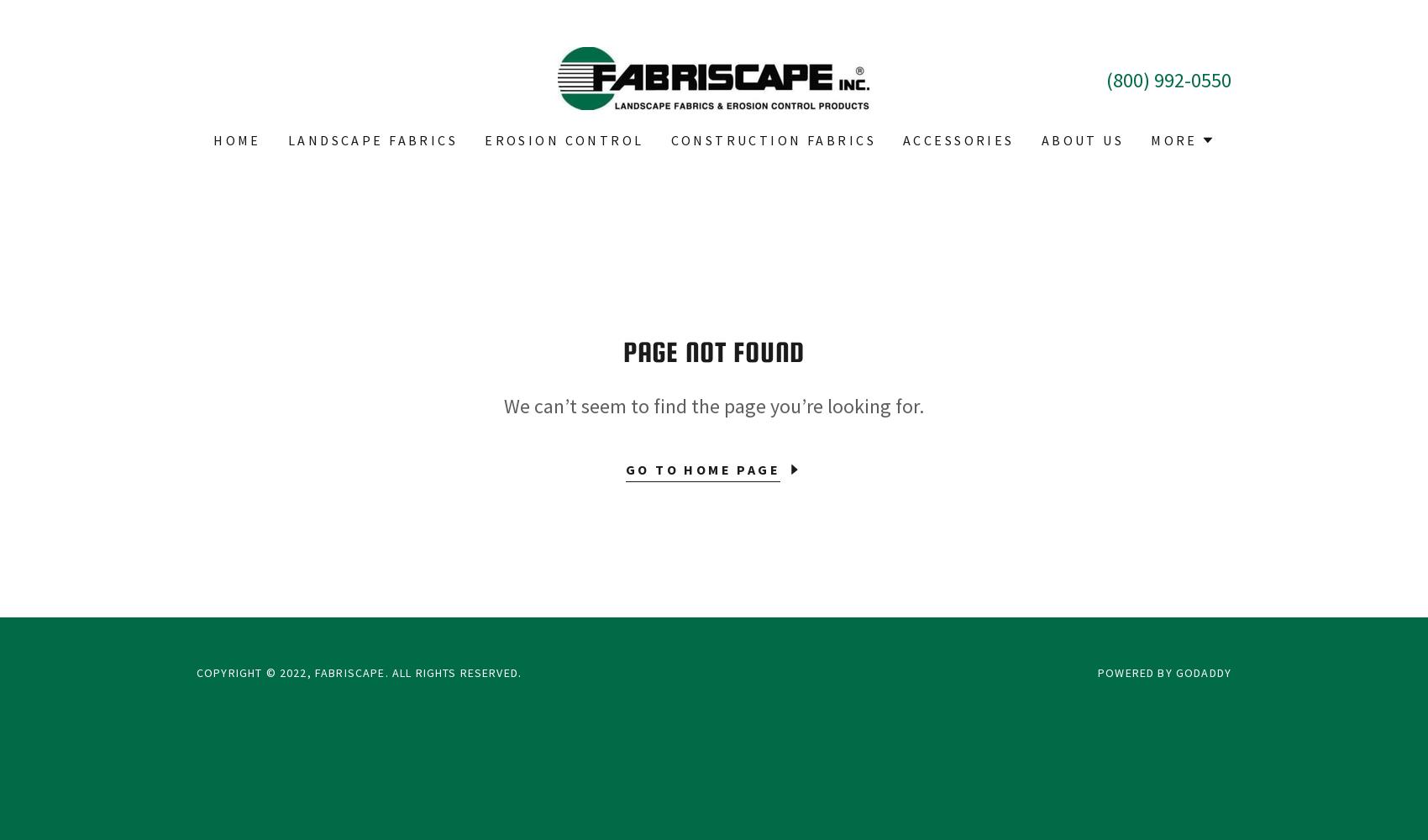 This screenshot has width=1428, height=840. What do you see at coordinates (624, 469) in the screenshot?
I see `'Go To Home Page'` at bounding box center [624, 469].